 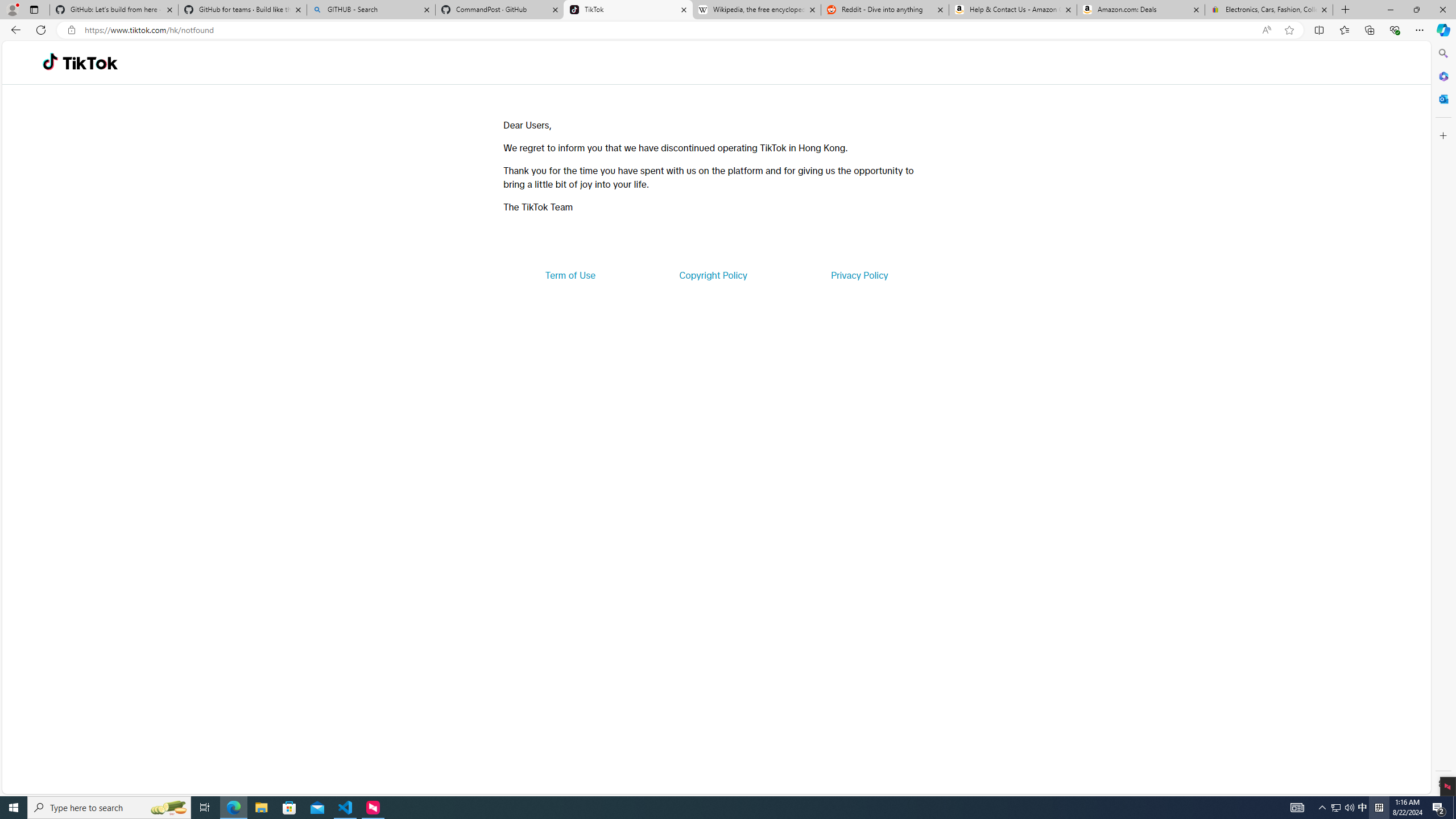 I want to click on 'Copyright Policy', so click(x=712, y=274).